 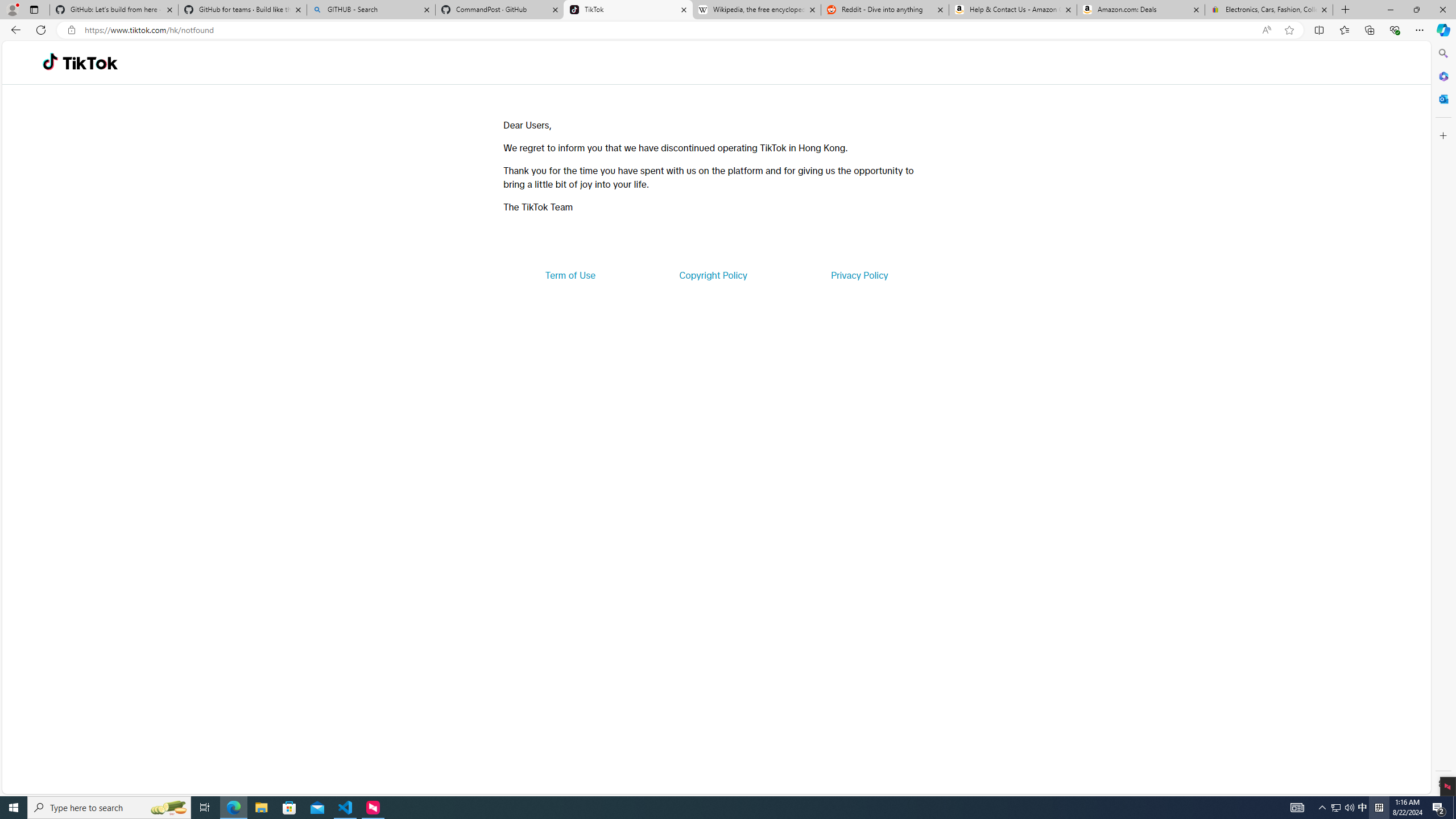 I want to click on 'Copyright Policy', so click(x=712, y=274).